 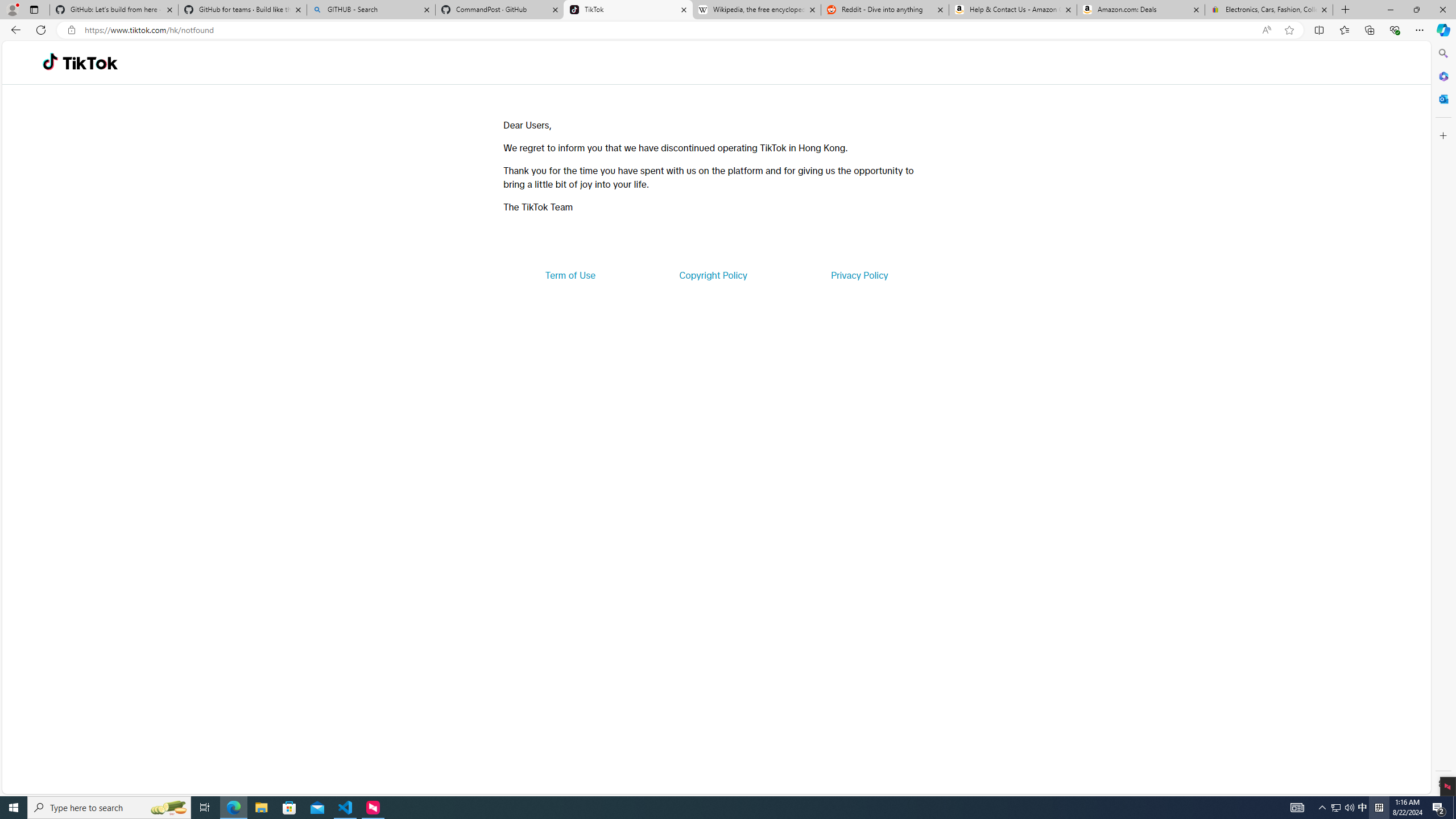 I want to click on 'Copyright Policy', so click(x=712, y=274).